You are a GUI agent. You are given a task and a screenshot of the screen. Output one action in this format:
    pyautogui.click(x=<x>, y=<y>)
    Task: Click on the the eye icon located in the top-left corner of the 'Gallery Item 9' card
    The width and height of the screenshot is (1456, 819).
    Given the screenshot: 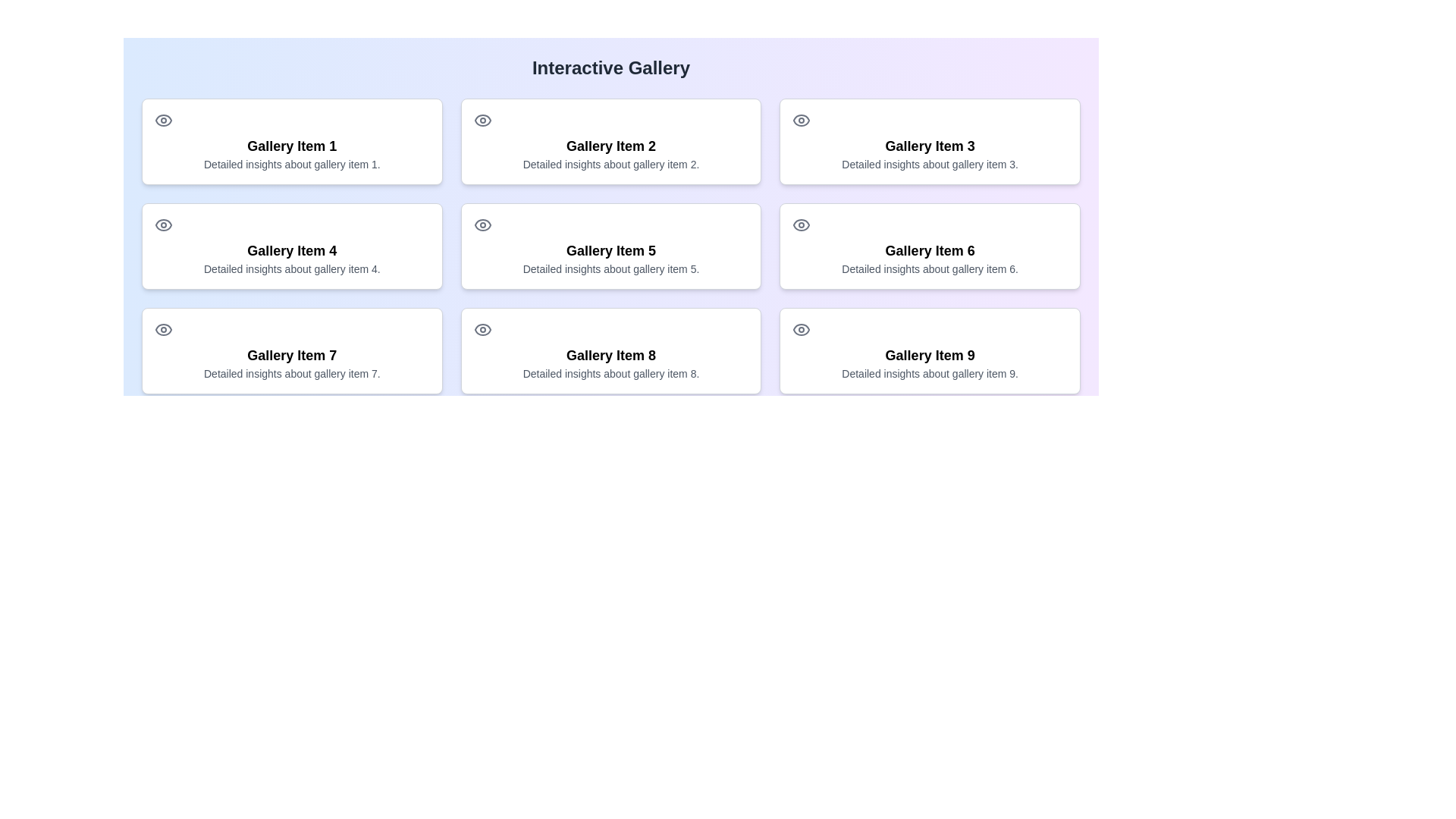 What is the action you would take?
    pyautogui.click(x=801, y=329)
    